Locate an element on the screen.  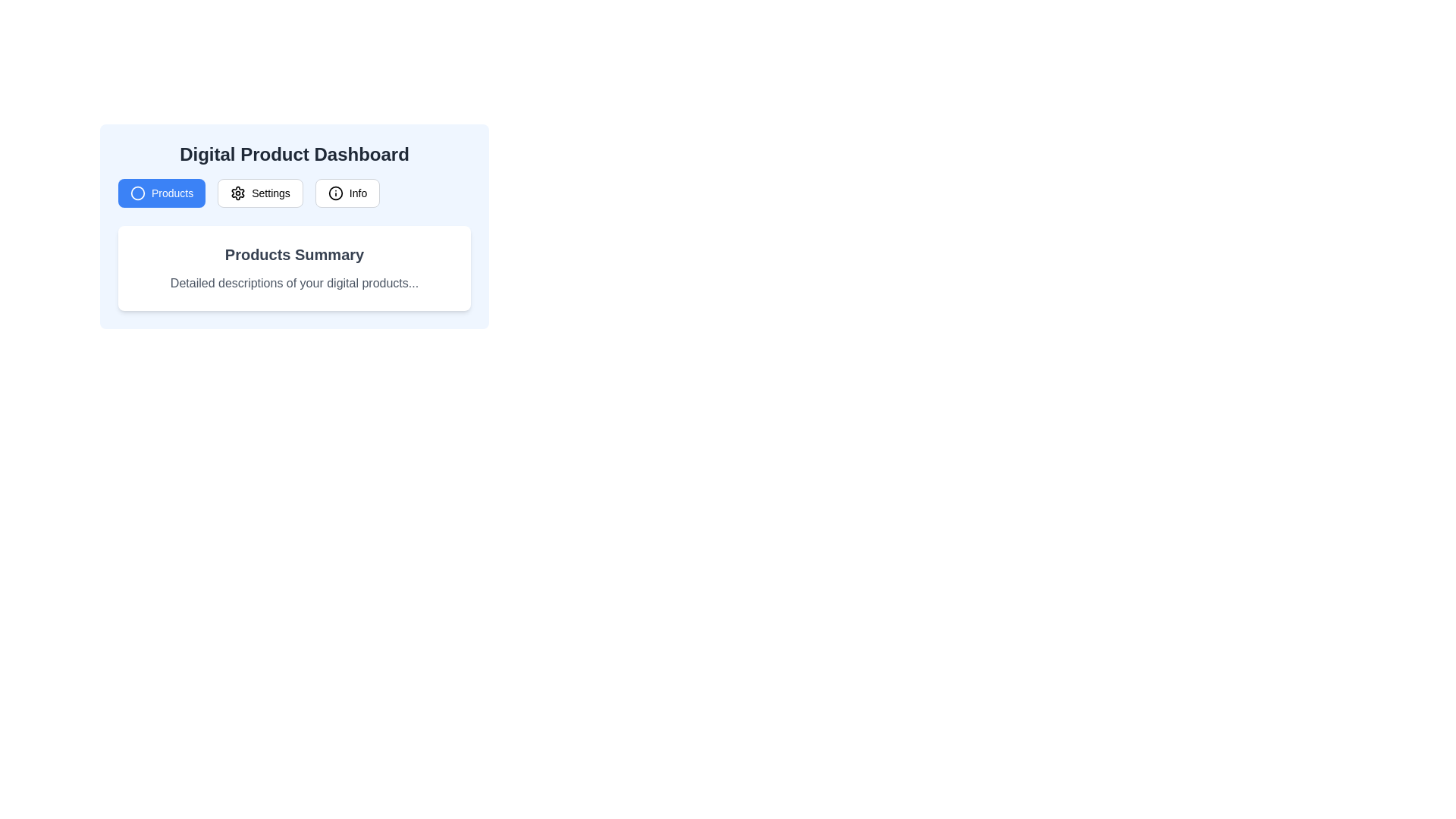
the circular info icon located between the settings icon and the descriptive text labeled 'Info' is located at coordinates (334, 192).